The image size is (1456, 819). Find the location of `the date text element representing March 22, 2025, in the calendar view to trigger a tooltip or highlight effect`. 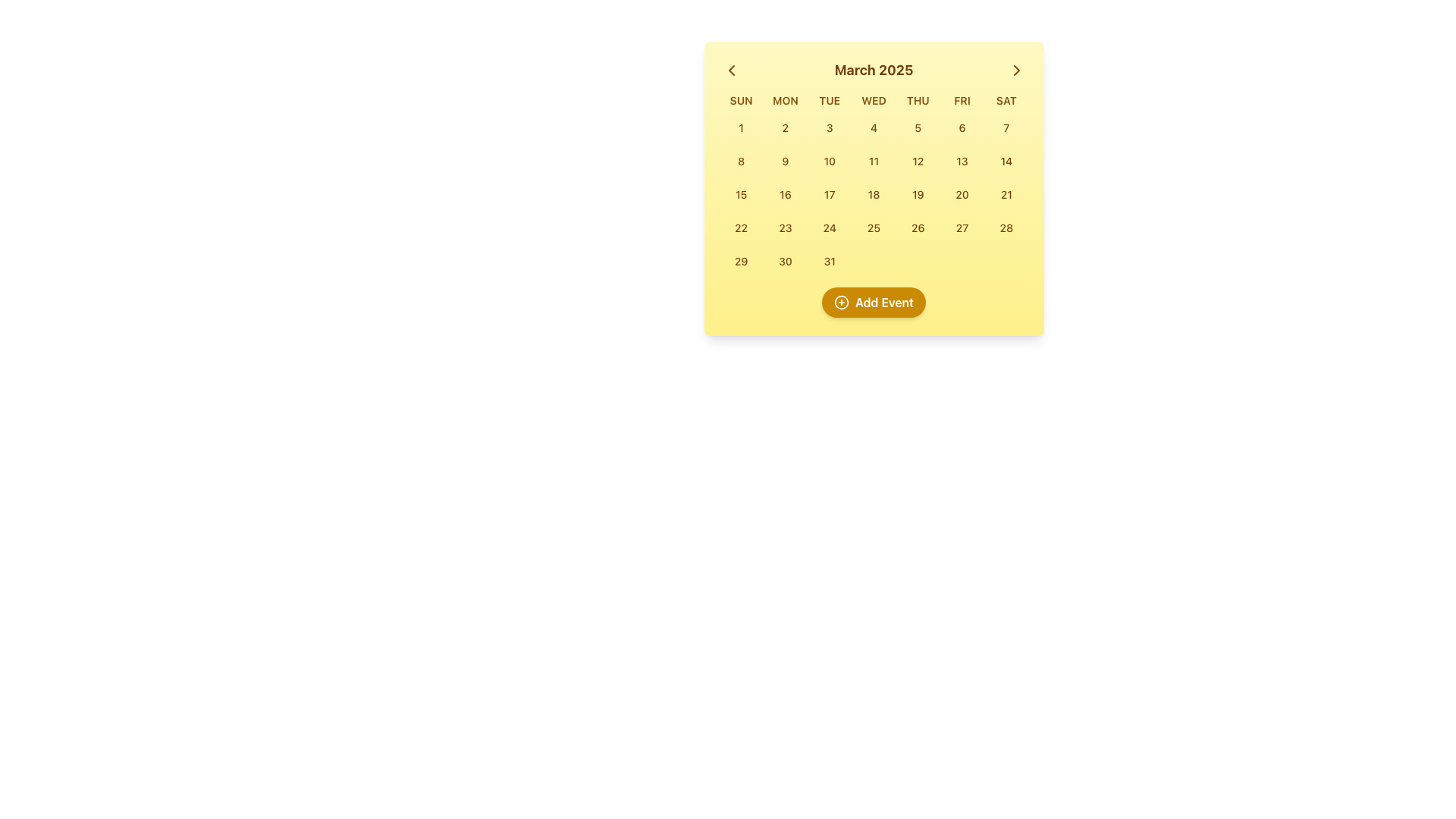

the date text element representing March 22, 2025, in the calendar view to trigger a tooltip or highlight effect is located at coordinates (741, 227).